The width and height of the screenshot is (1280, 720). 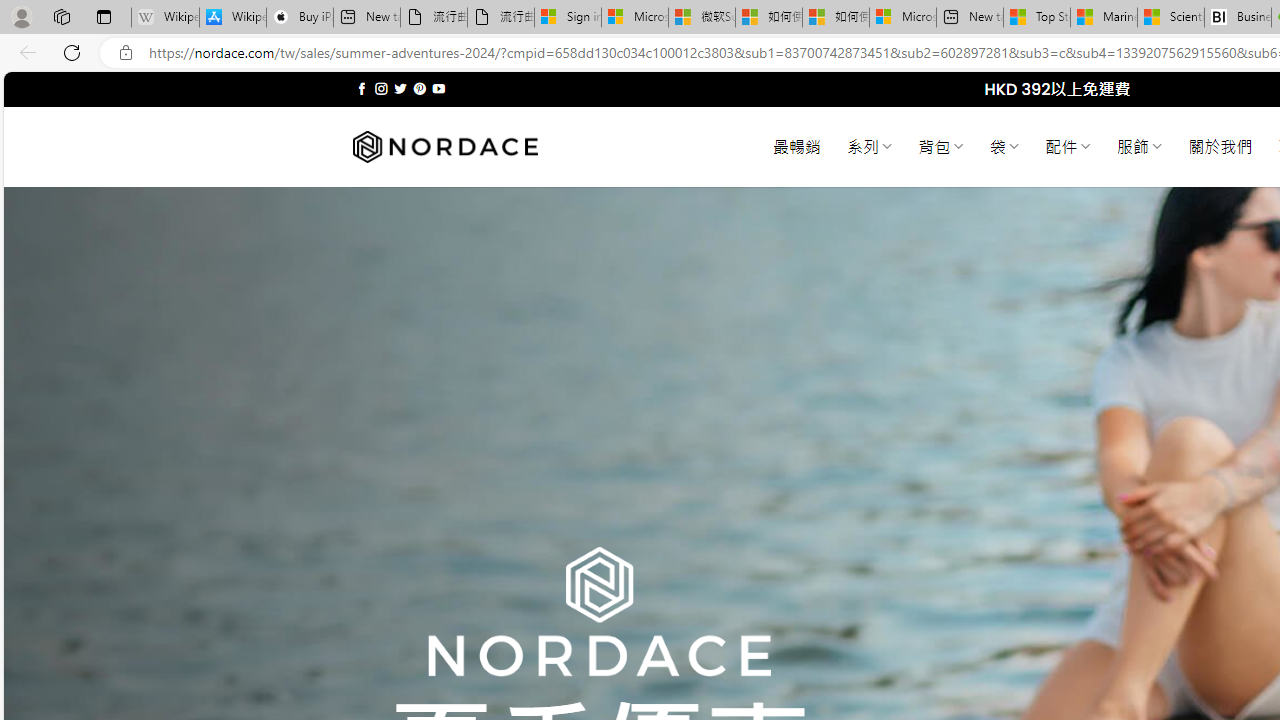 What do you see at coordinates (438, 88) in the screenshot?
I see `'Follow on YouTube'` at bounding box center [438, 88].